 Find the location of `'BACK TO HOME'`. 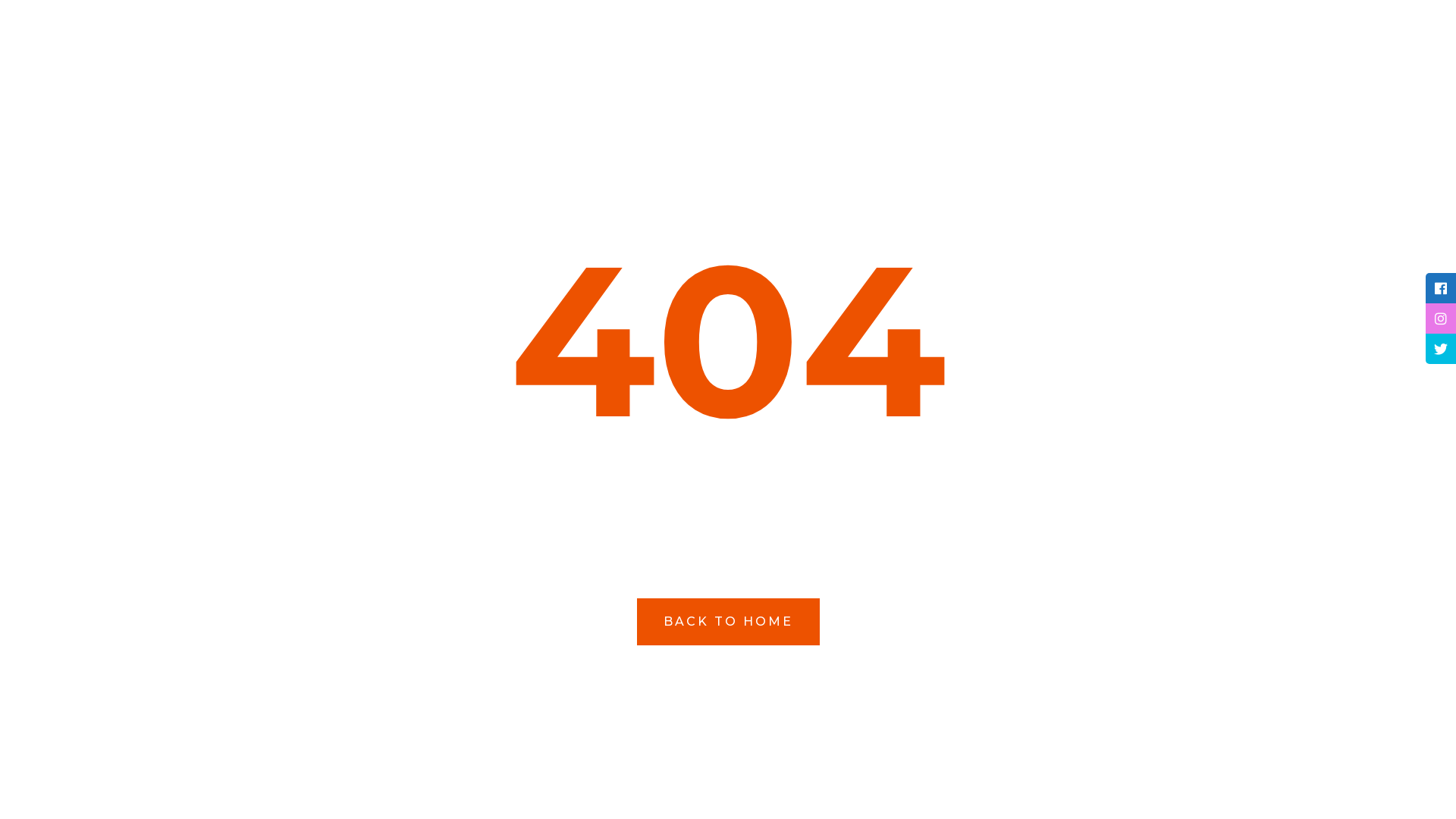

'BACK TO HOME' is located at coordinates (637, 620).